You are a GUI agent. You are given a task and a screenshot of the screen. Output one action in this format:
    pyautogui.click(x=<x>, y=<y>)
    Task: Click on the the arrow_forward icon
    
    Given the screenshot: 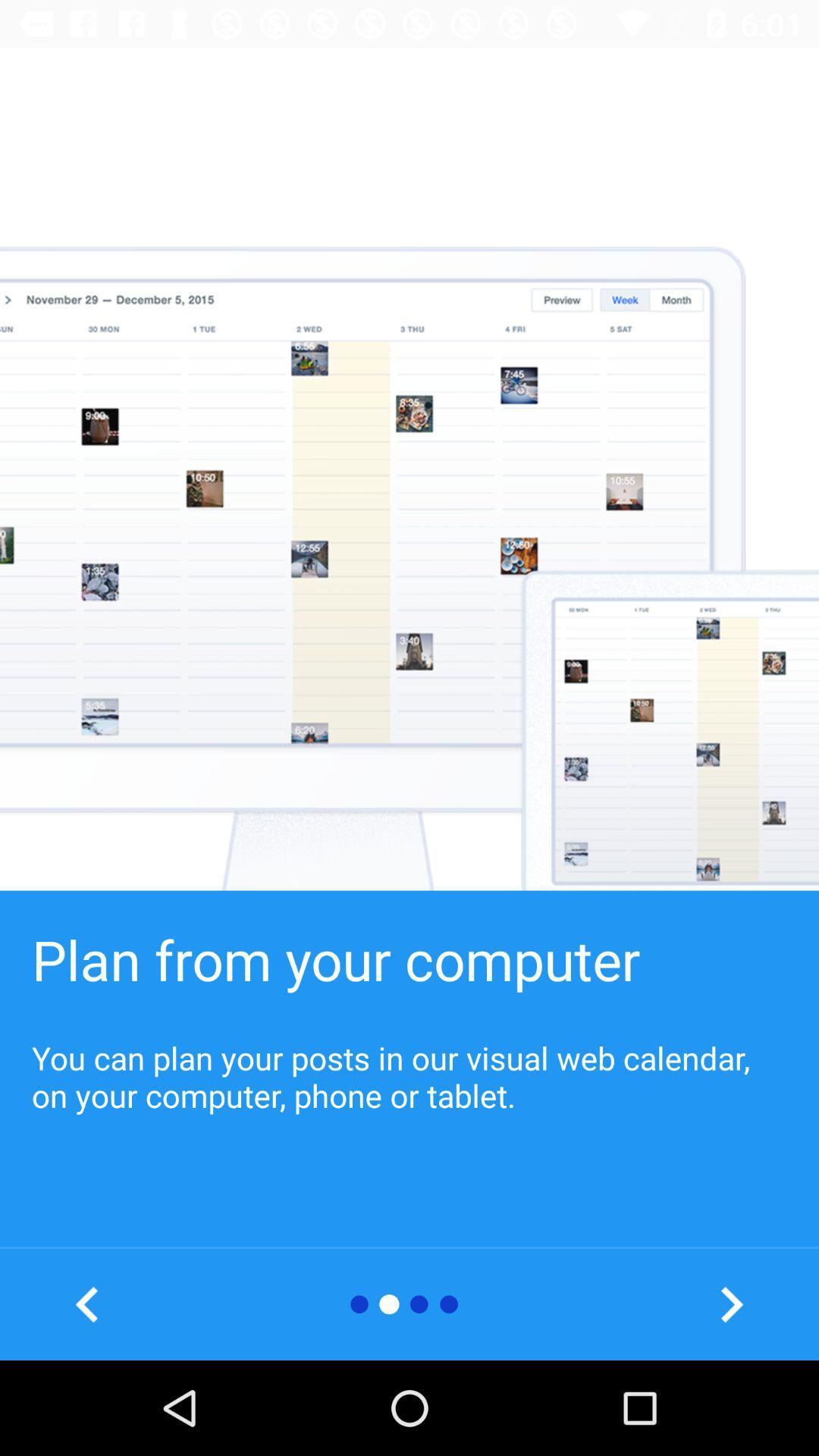 What is the action you would take?
    pyautogui.click(x=730, y=1304)
    